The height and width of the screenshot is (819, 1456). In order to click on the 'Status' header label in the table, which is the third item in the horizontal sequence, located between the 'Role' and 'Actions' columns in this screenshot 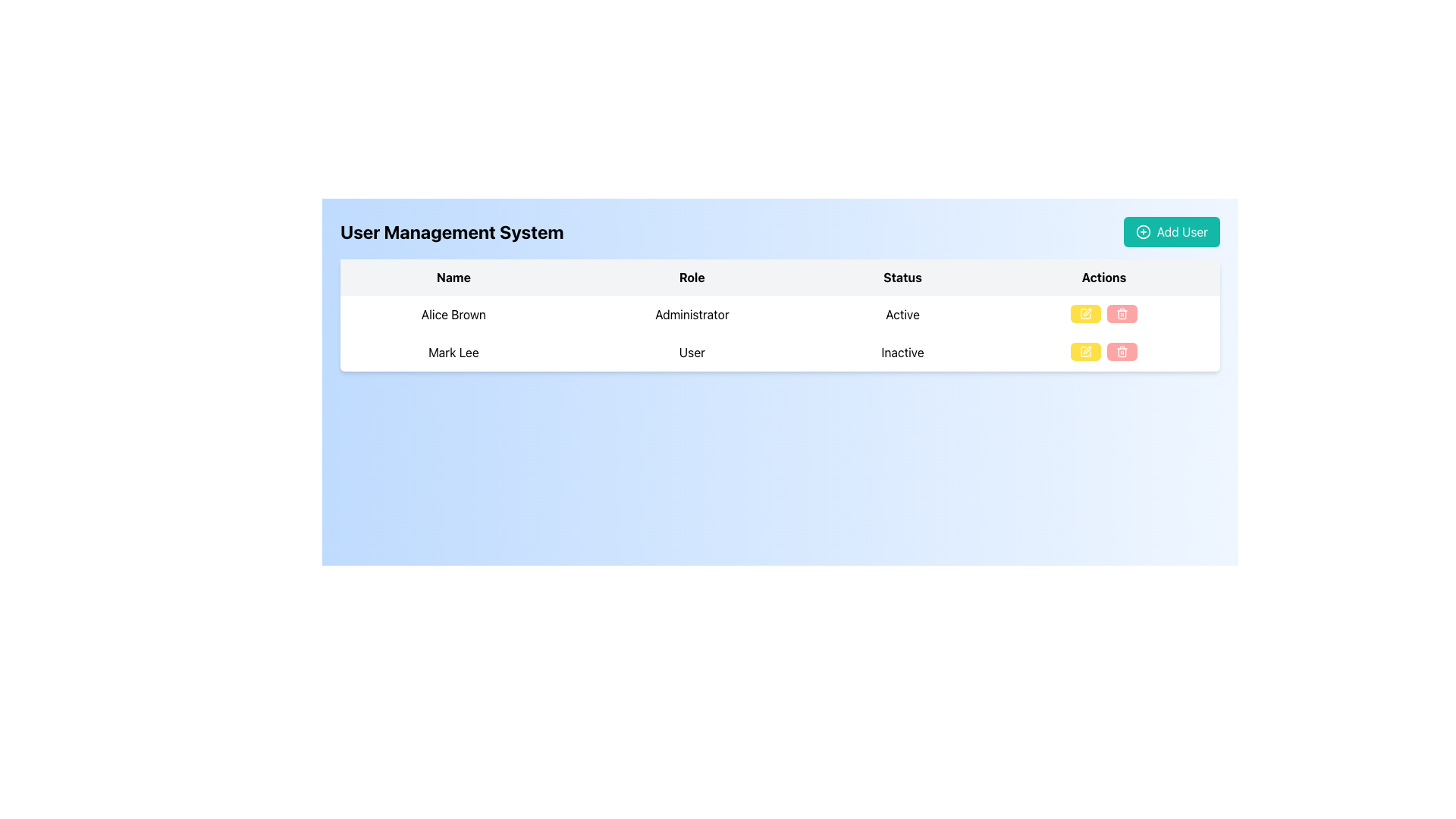, I will do `click(902, 278)`.